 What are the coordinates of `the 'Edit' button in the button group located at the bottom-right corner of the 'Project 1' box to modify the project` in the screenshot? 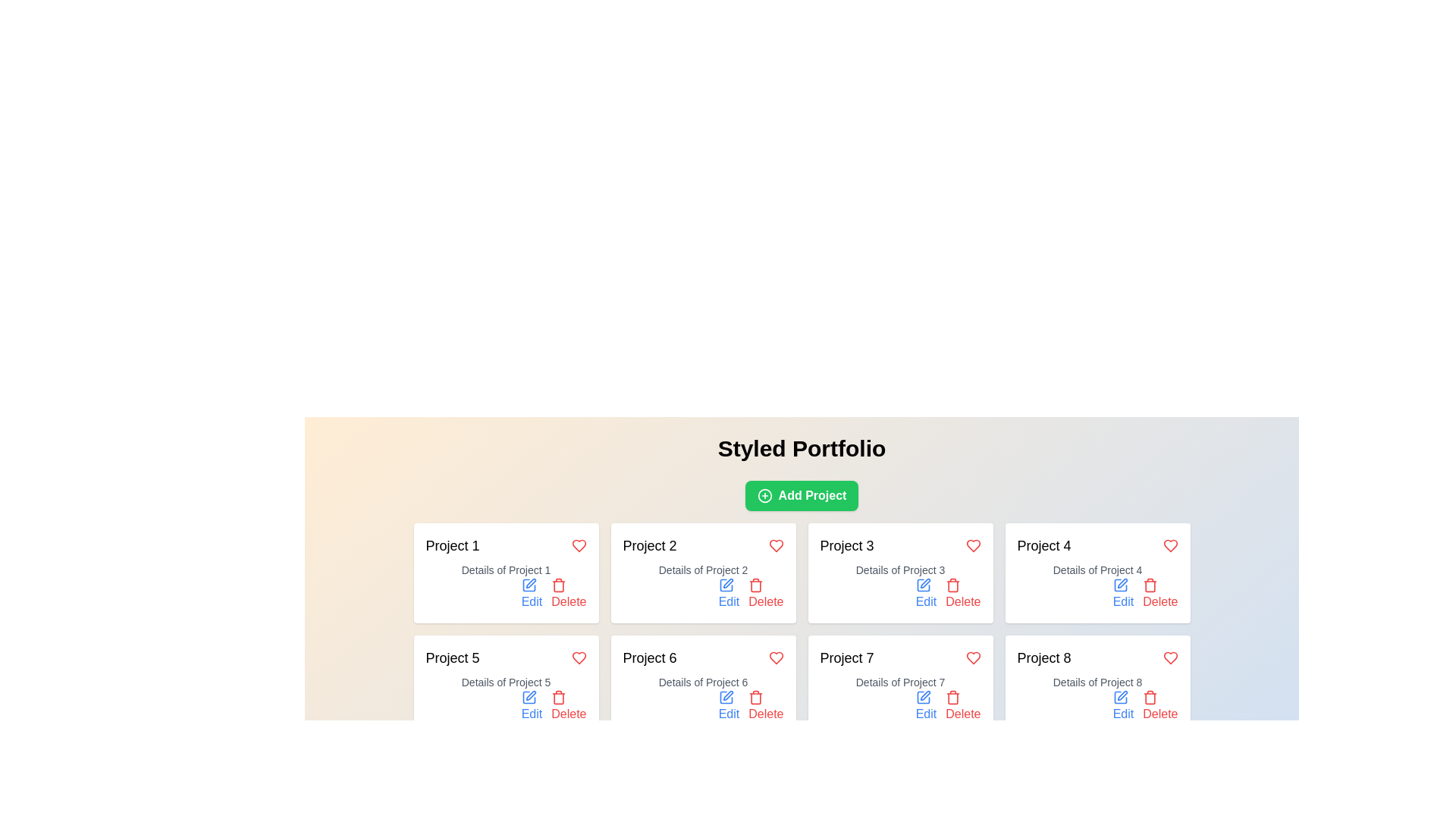 It's located at (506, 593).